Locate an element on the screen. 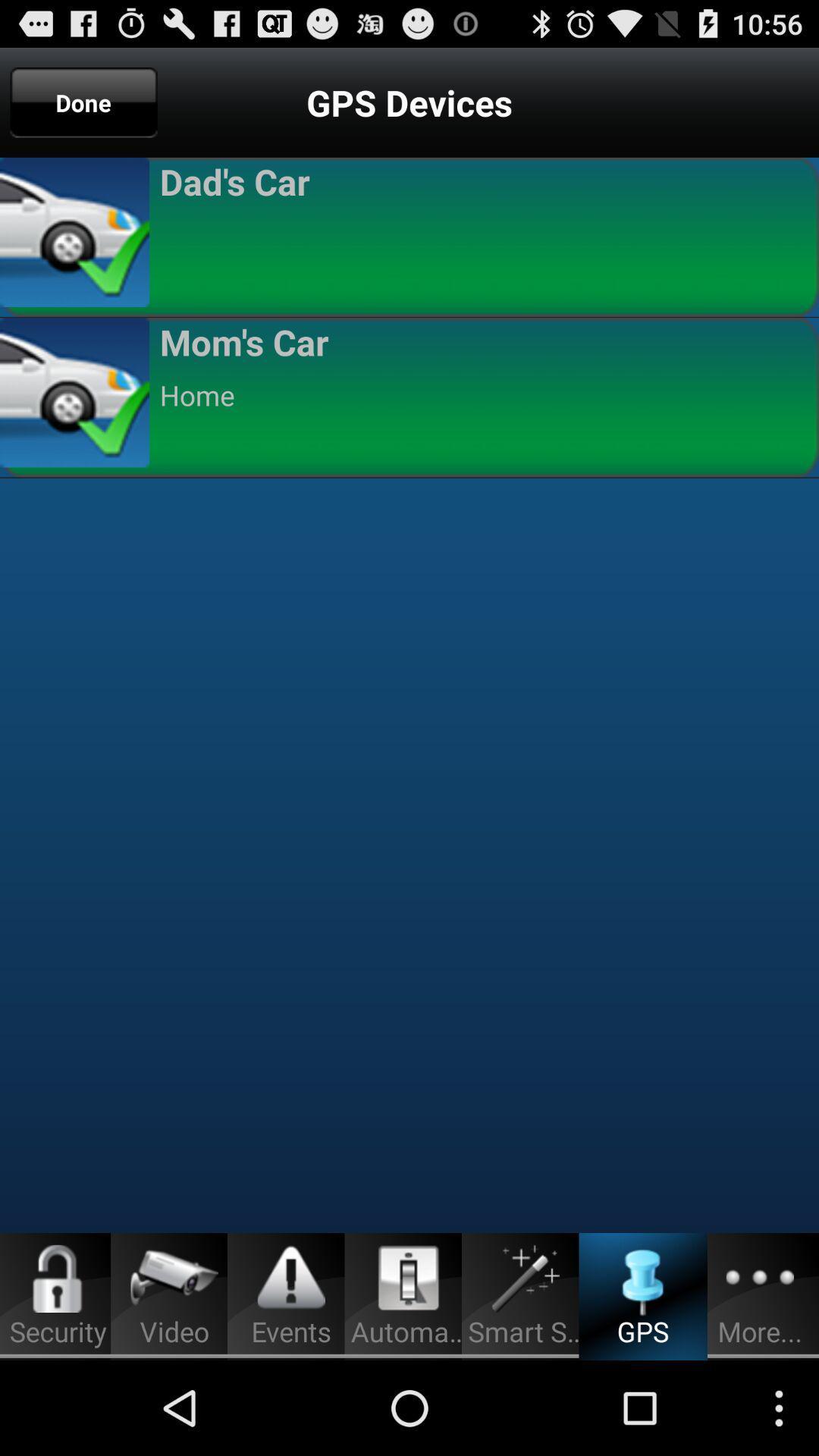 Image resolution: width=819 pixels, height=1456 pixels. icon below the dad's car item is located at coordinates (482, 234).